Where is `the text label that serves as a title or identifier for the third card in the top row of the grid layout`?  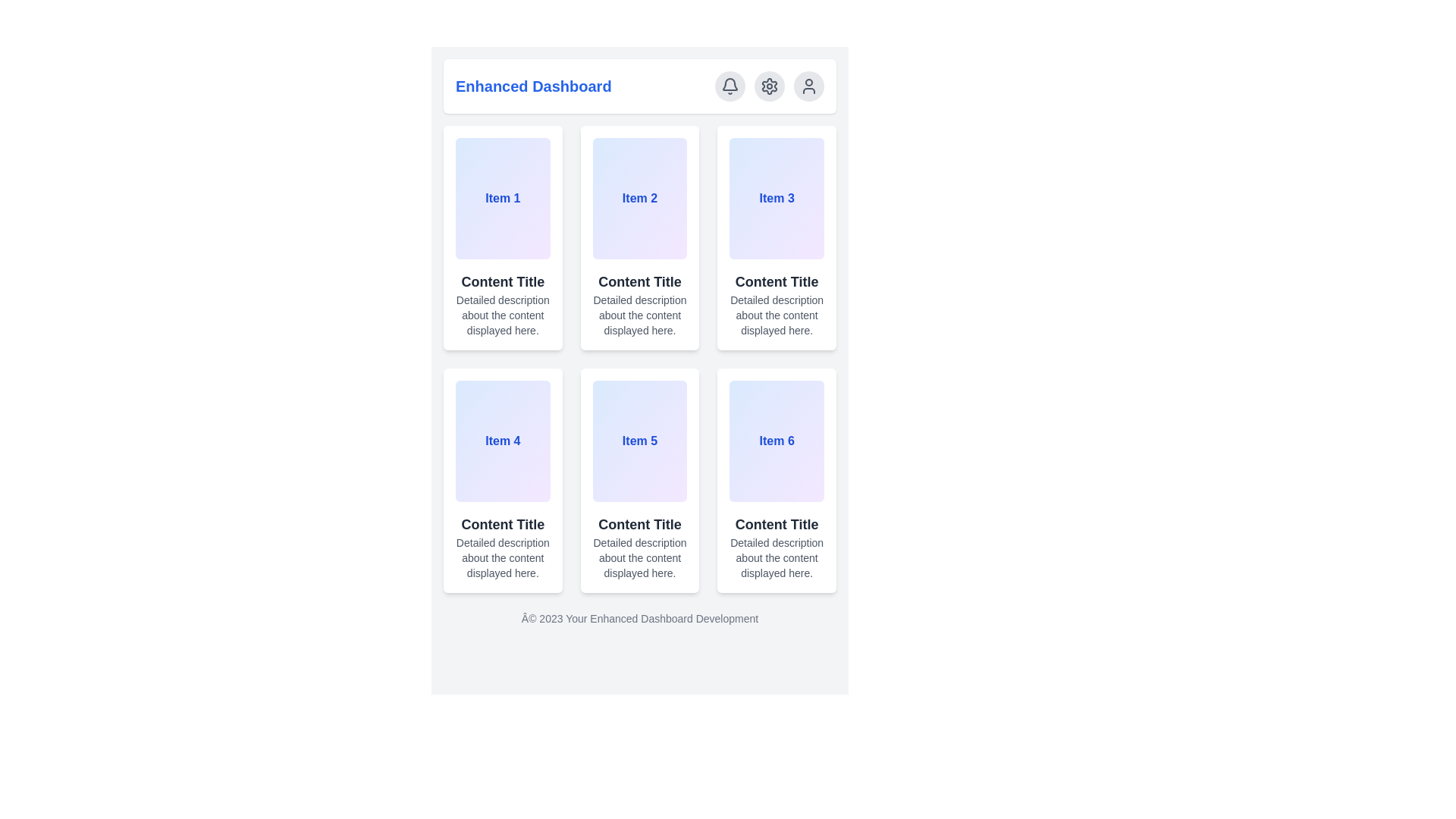
the text label that serves as a title or identifier for the third card in the top row of the grid layout is located at coordinates (777, 198).